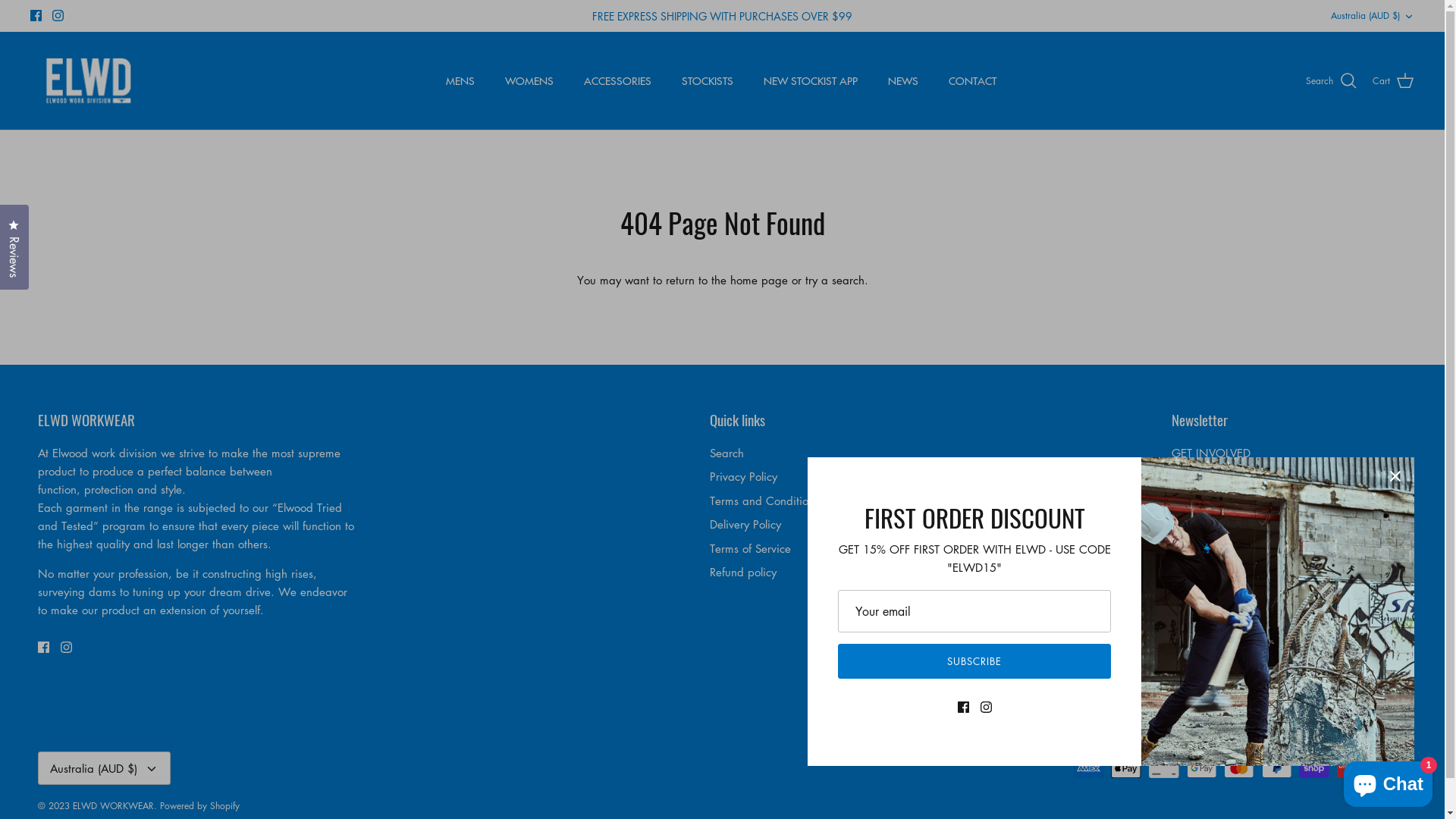 This screenshot has height=819, width=1456. What do you see at coordinates (112, 805) in the screenshot?
I see `'ELWD WORKWEAR'` at bounding box center [112, 805].